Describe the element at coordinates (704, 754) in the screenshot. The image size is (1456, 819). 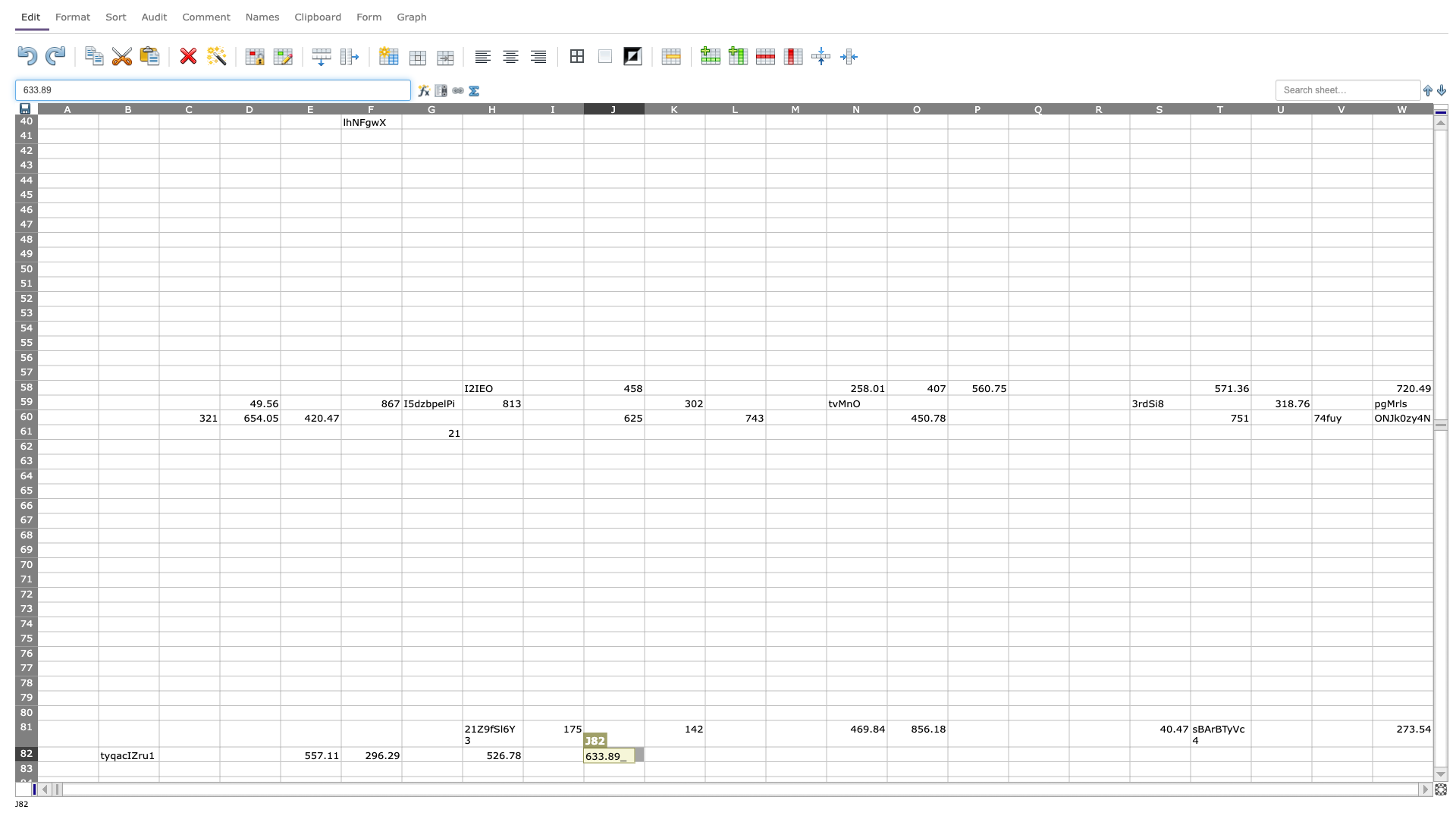
I see `Right edge of K-82` at that location.